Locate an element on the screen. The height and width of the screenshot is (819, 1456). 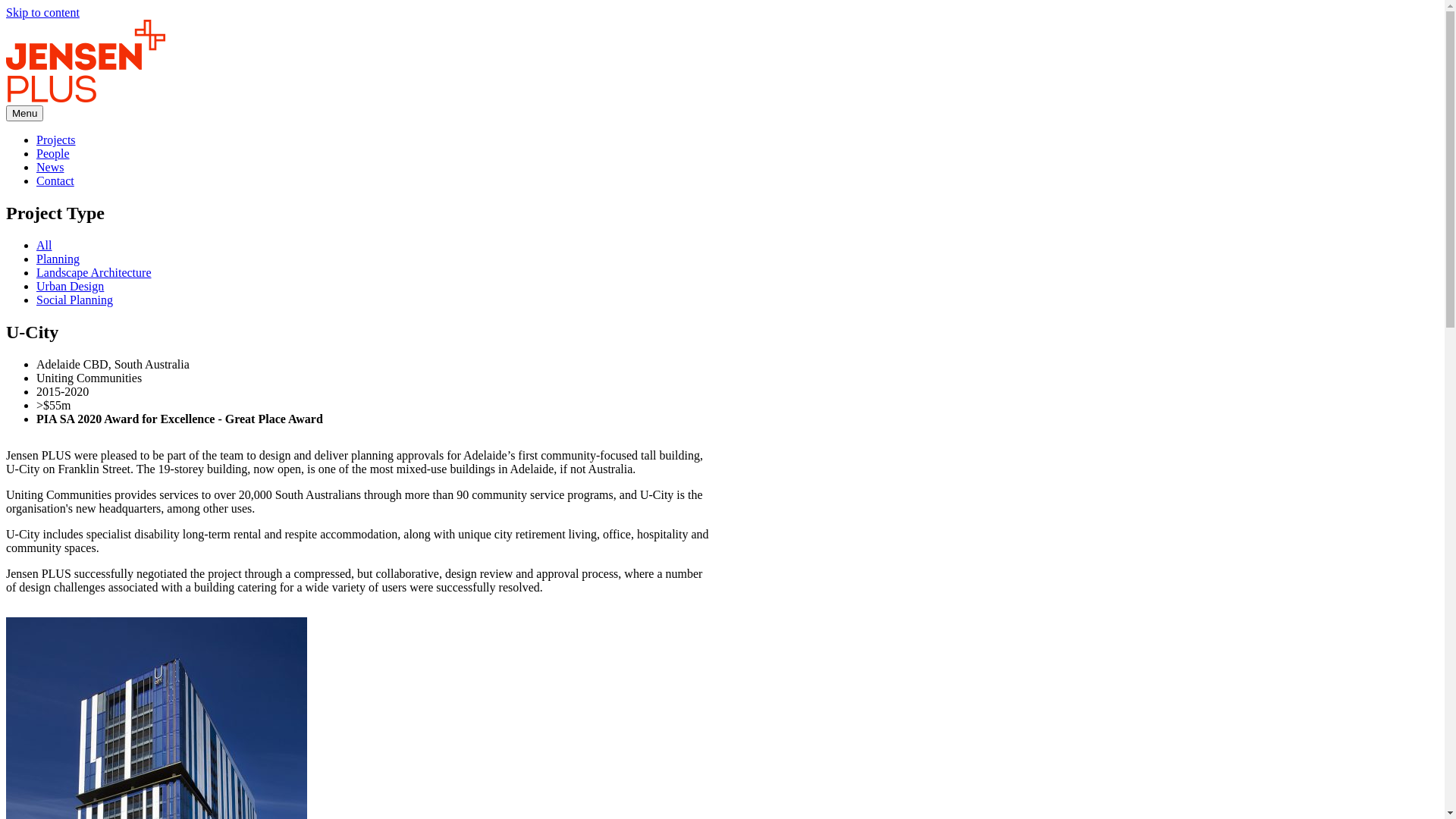
'Skip to content' is located at coordinates (42, 12).